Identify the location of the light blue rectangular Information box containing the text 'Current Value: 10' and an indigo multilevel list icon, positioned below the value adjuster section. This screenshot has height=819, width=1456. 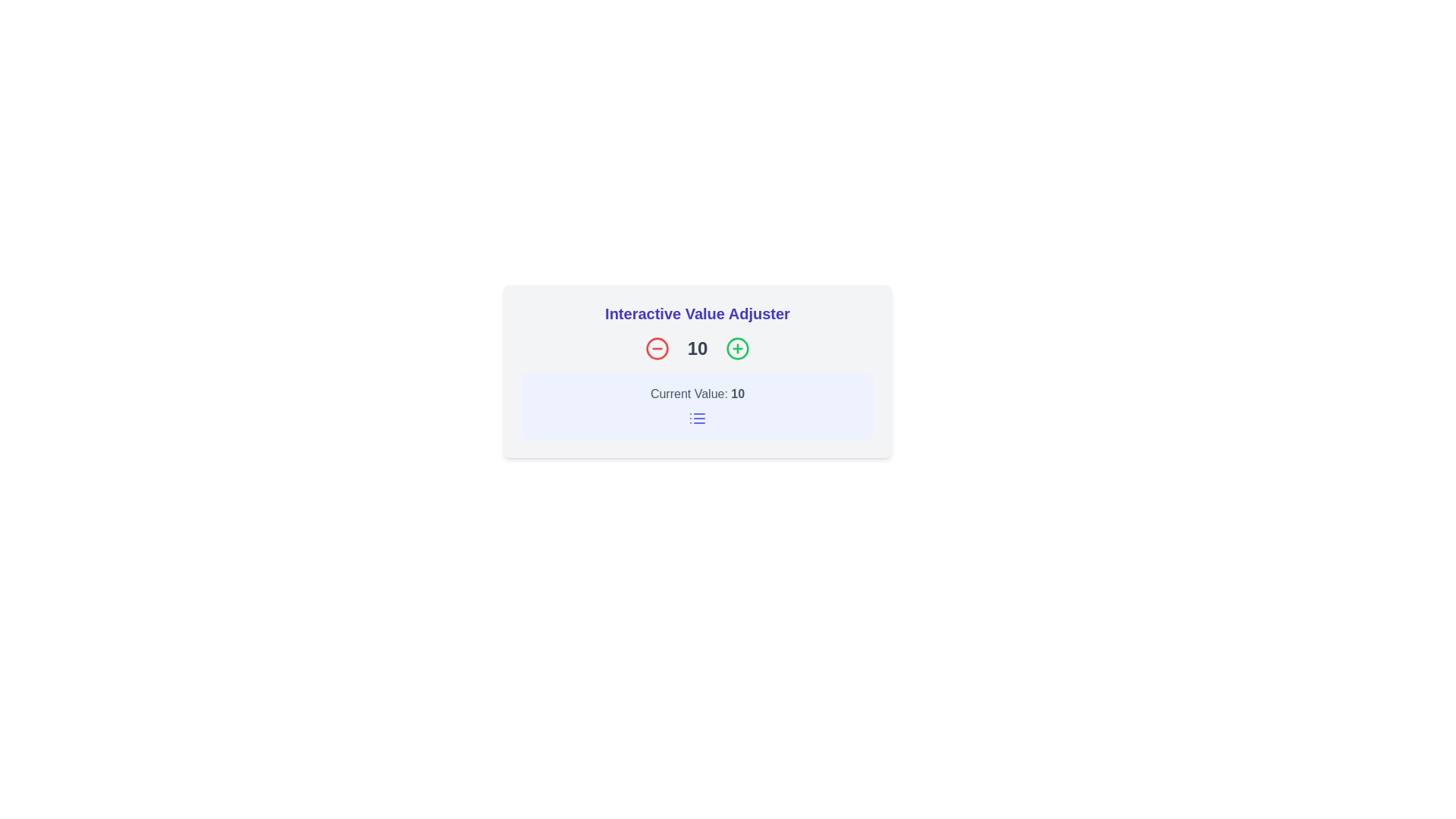
(697, 406).